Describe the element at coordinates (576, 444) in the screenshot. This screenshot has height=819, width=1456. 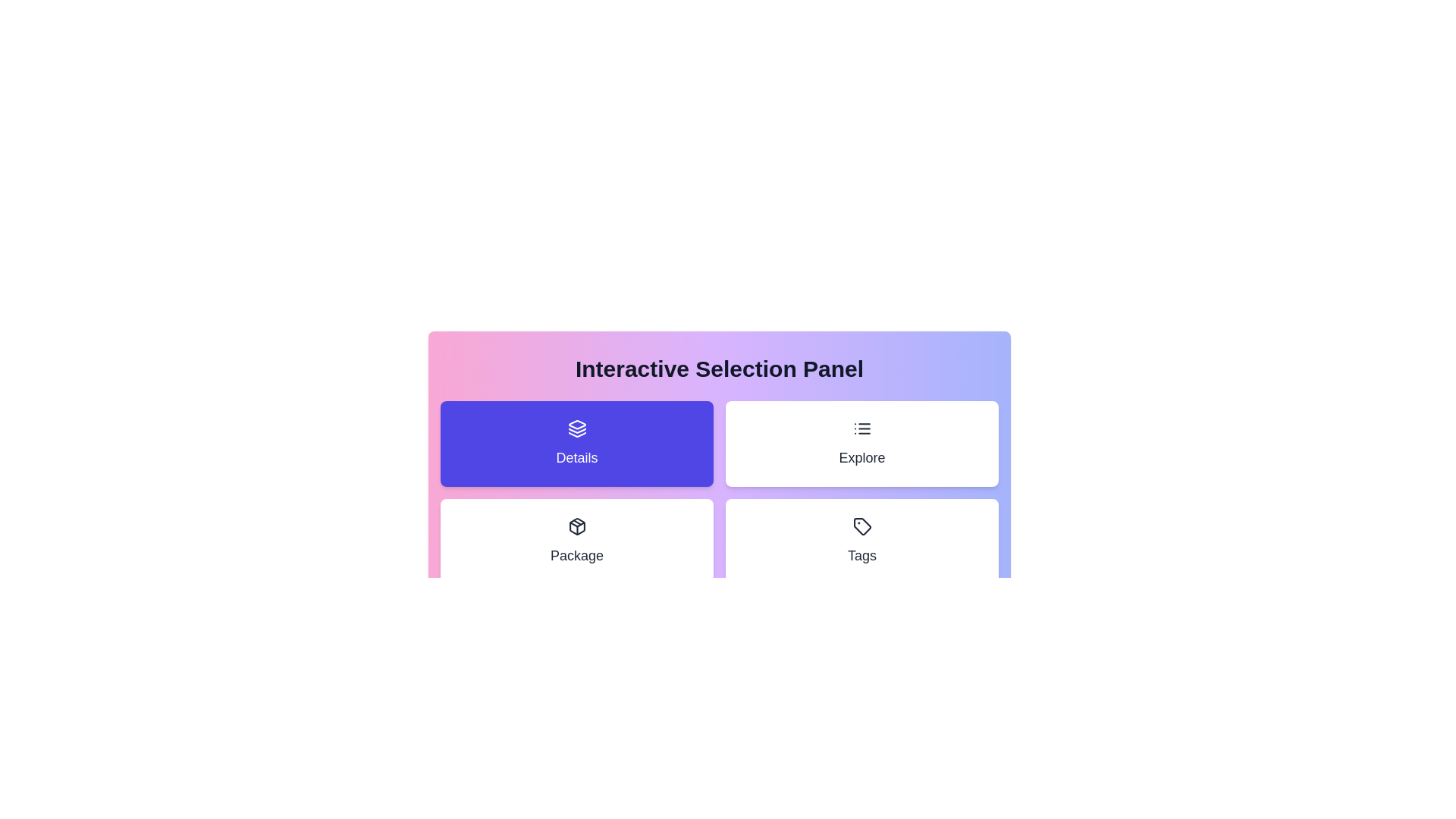
I see `the 'Details' button, which is a rectangular button with a blue background and white text` at that location.